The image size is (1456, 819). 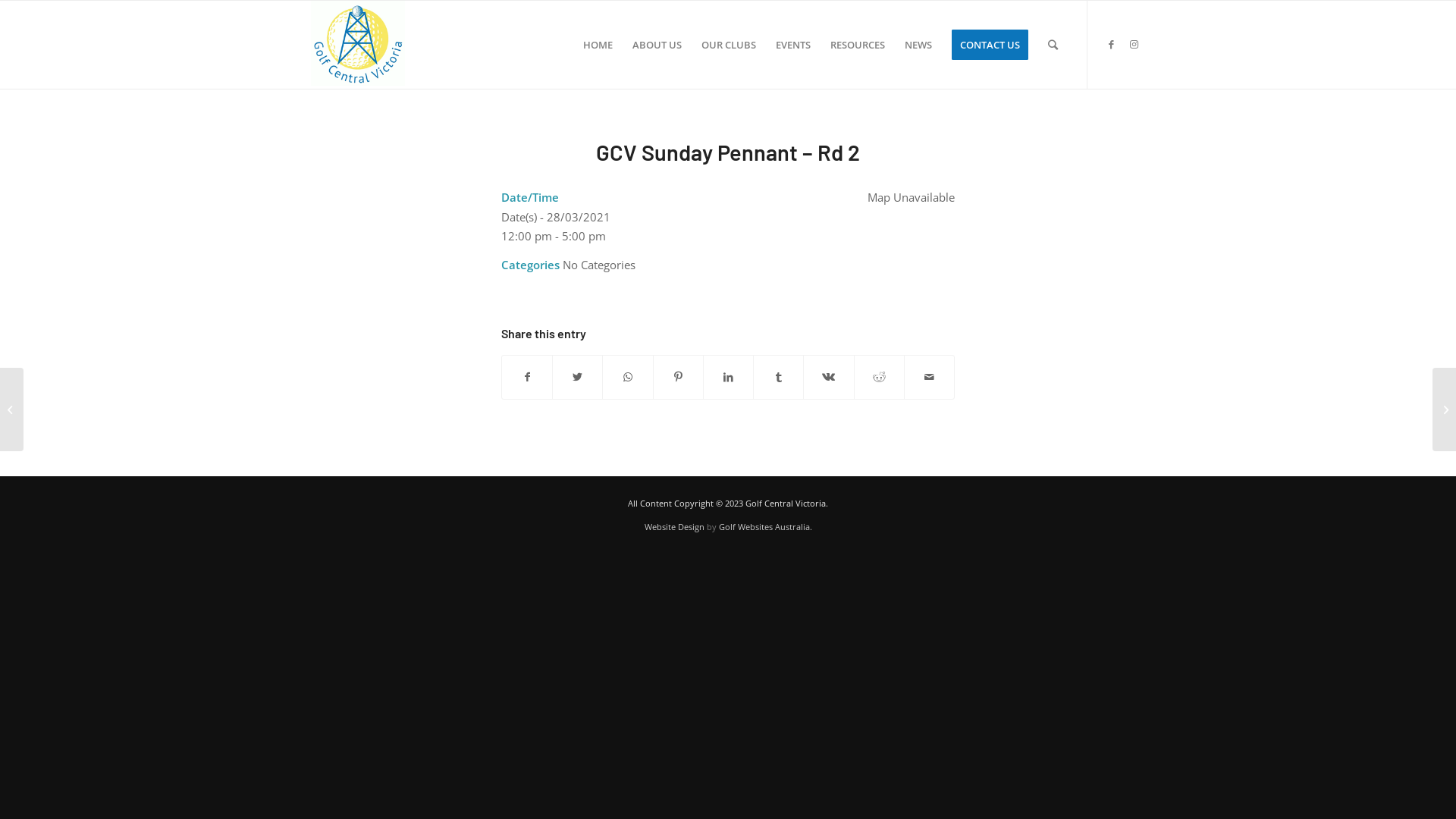 What do you see at coordinates (1122, 42) in the screenshot?
I see `'Instagram'` at bounding box center [1122, 42].